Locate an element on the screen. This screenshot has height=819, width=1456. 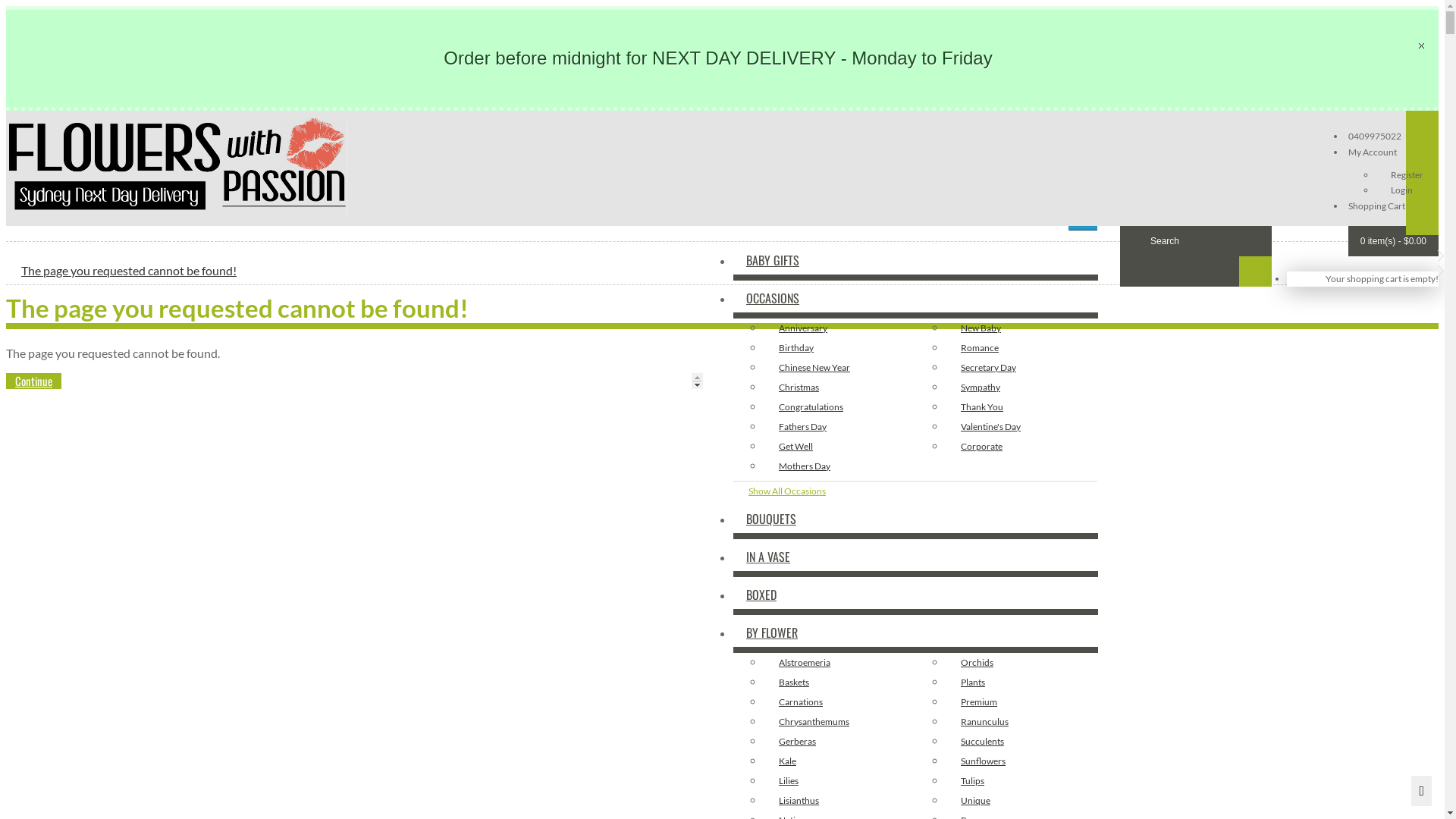
'New Baby' is located at coordinates (1021, 327).